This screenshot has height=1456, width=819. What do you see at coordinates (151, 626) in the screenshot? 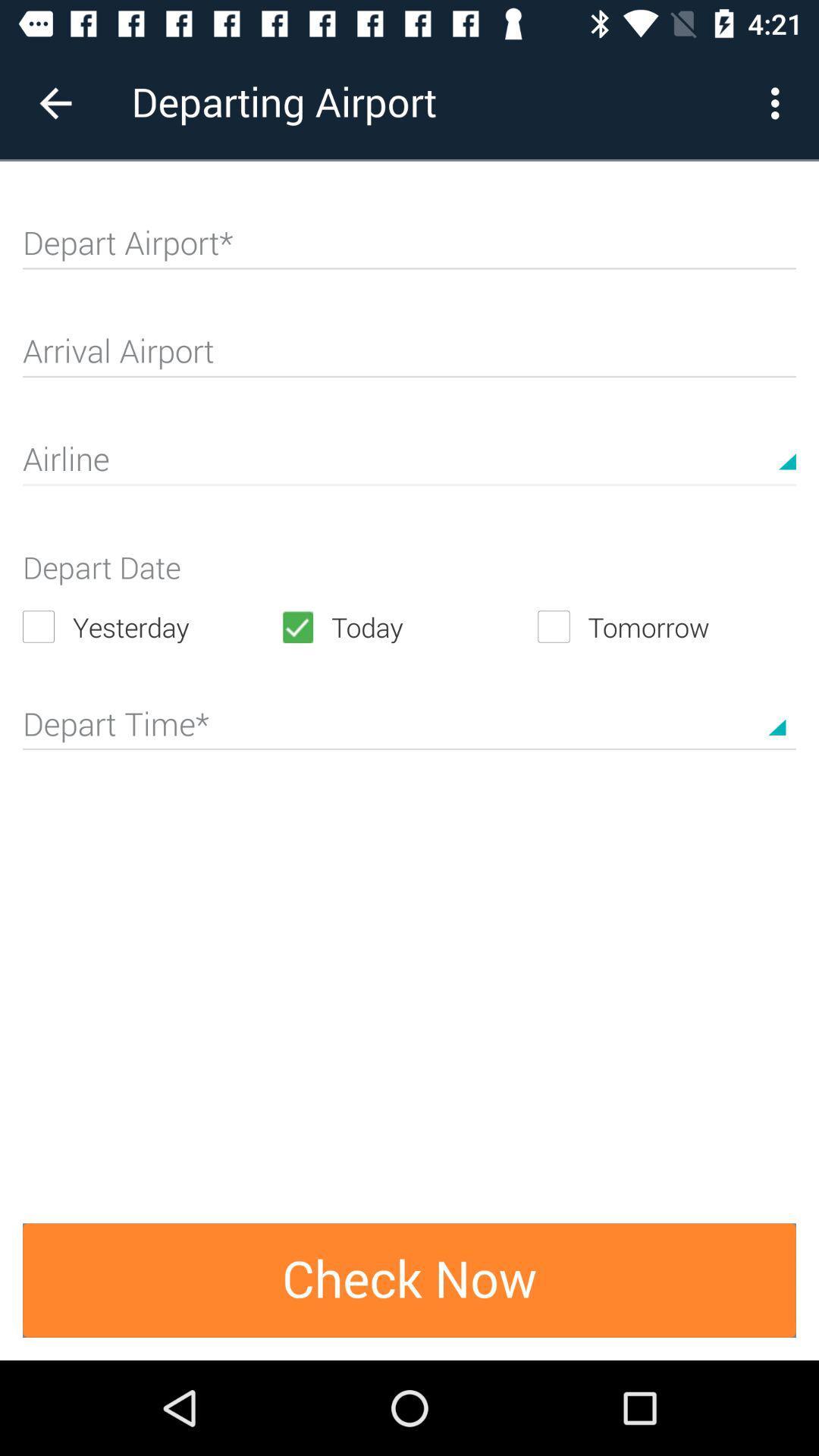
I see `the yesterday item` at bounding box center [151, 626].